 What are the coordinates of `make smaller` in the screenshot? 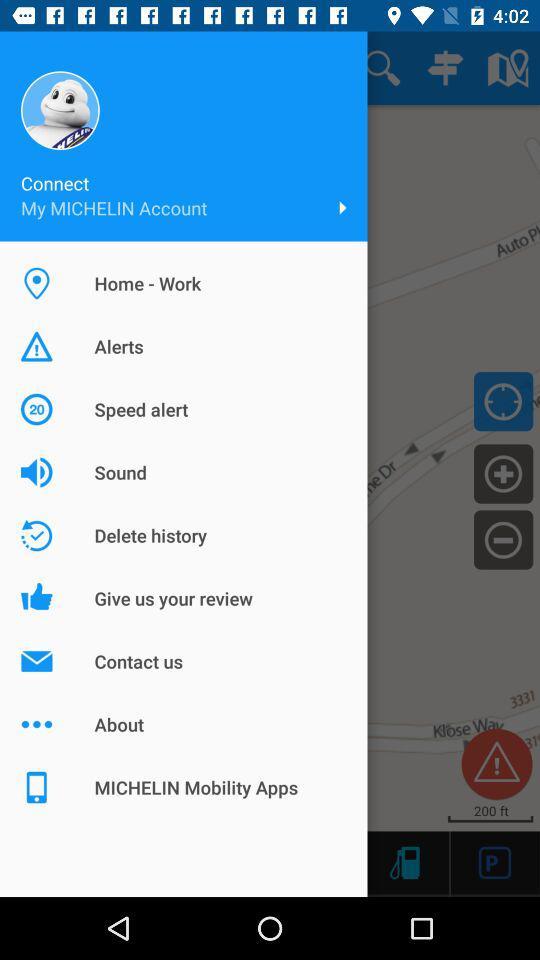 It's located at (502, 538).